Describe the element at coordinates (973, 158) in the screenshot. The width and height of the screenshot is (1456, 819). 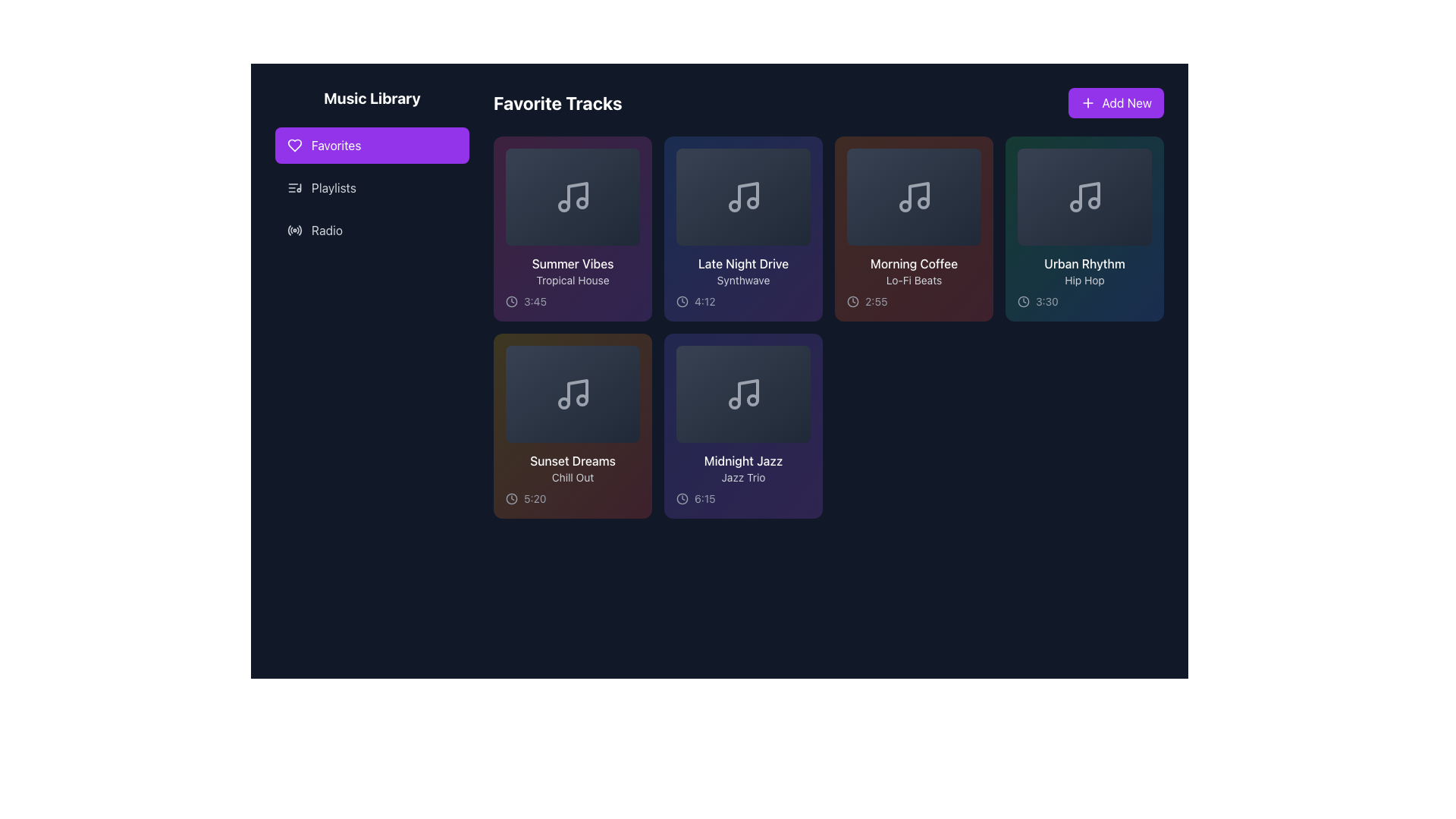
I see `the triangular play button located within the circular button adjacent to the top-right corner of the 'Morning Coffee' music track card` at that location.